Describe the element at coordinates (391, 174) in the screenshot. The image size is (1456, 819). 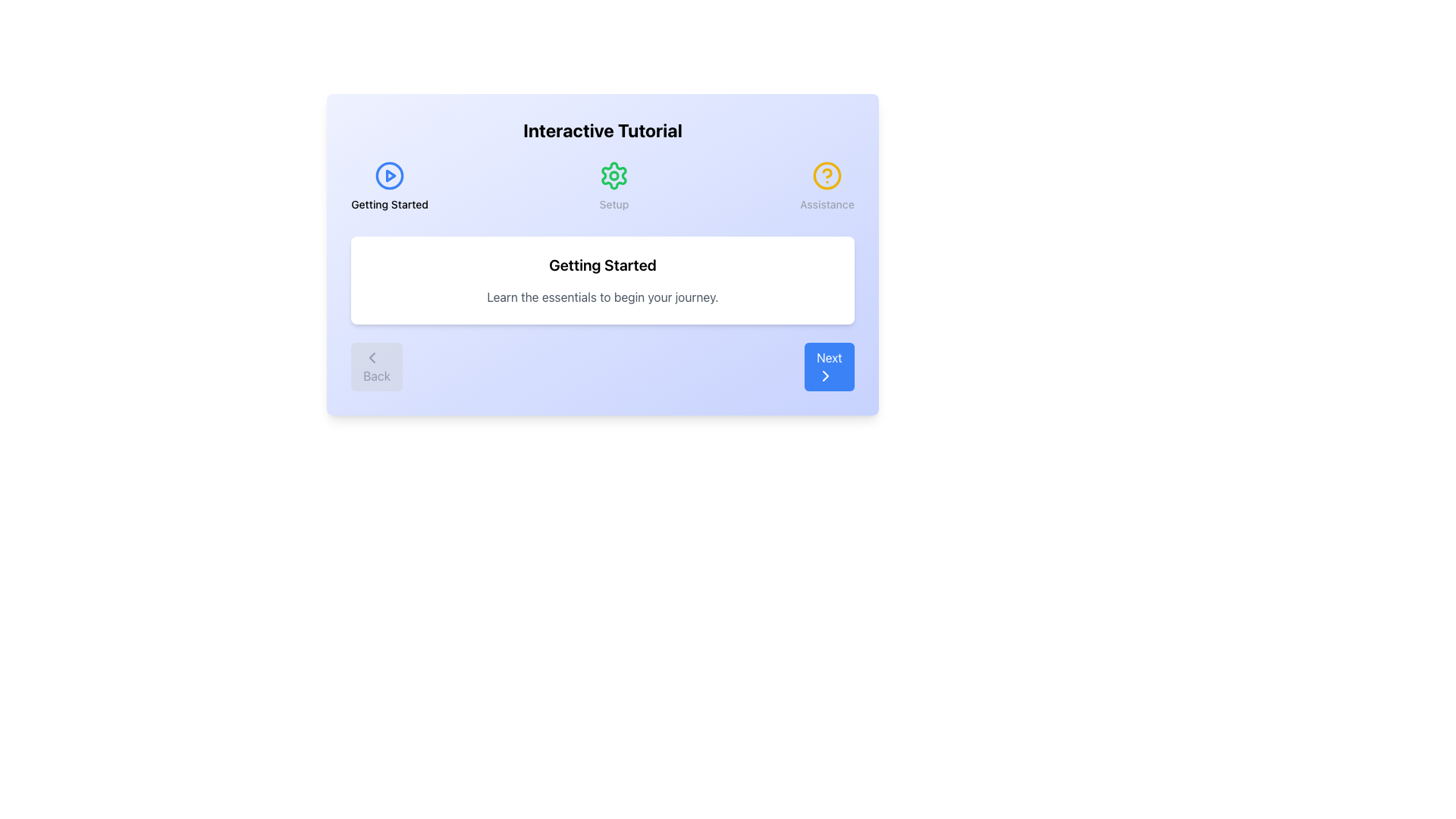
I see `on the blue play icon, which is a triangular shape inside a circular border located on the leftmost side of the three icons at the top of the panel` at that location.